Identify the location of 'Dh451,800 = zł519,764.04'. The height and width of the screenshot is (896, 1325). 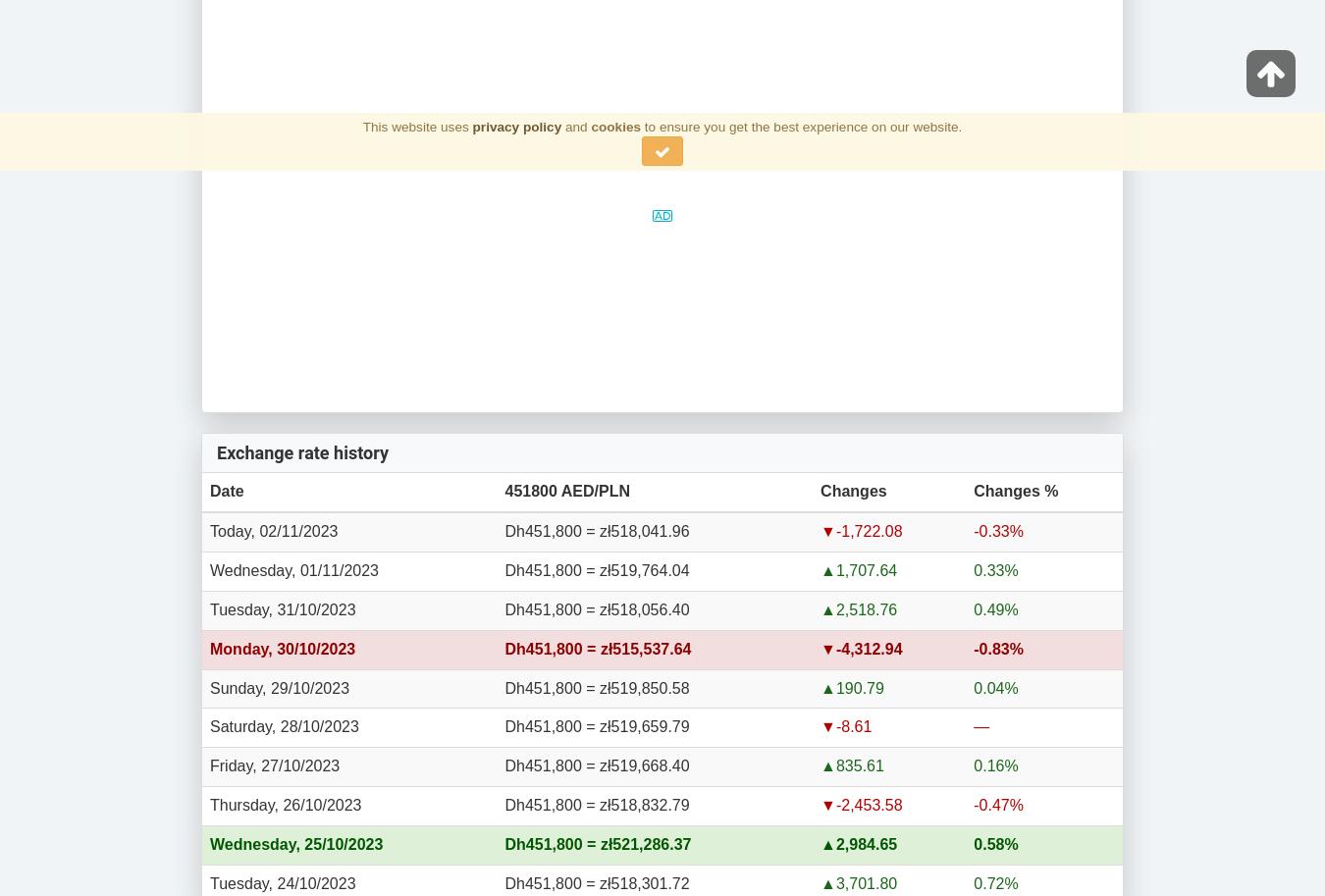
(597, 570).